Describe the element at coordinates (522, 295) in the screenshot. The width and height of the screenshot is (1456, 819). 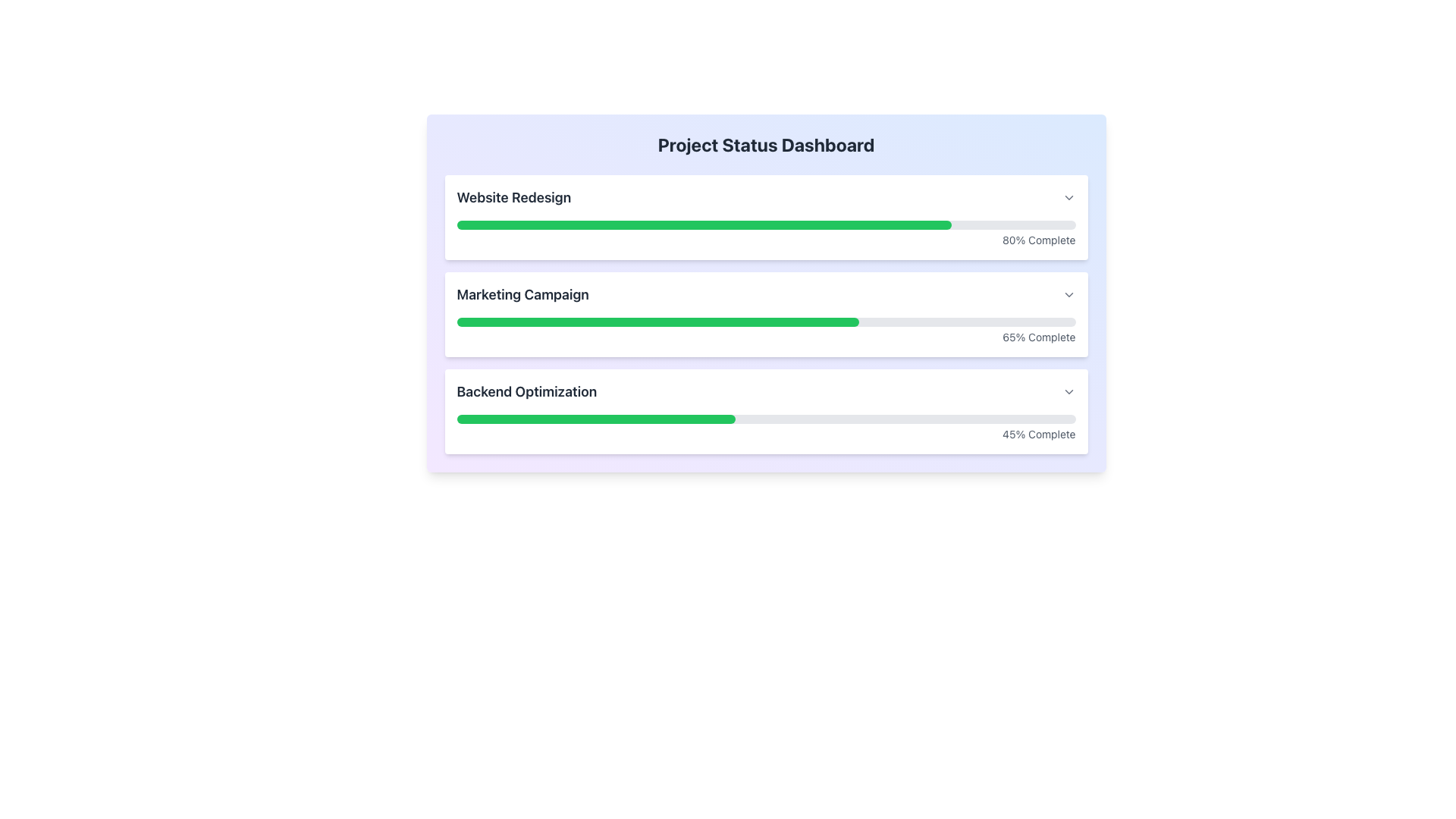
I see `text 'Marketing Campaign' which is styled in bold and slightly larger than surrounding elements, located centrally in the second section of the list` at that location.